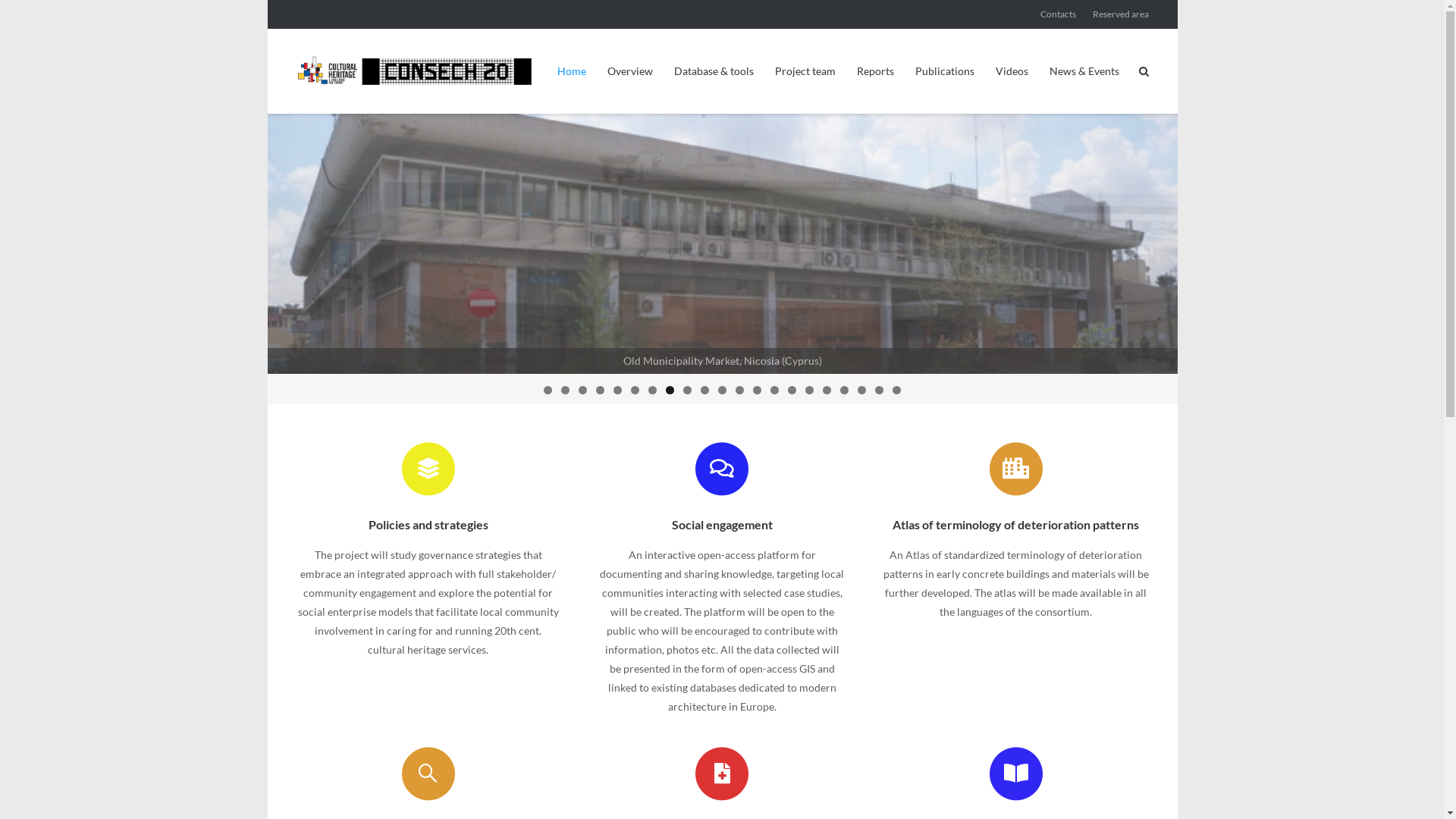  Describe the element at coordinates (735, 389) in the screenshot. I see `'12'` at that location.